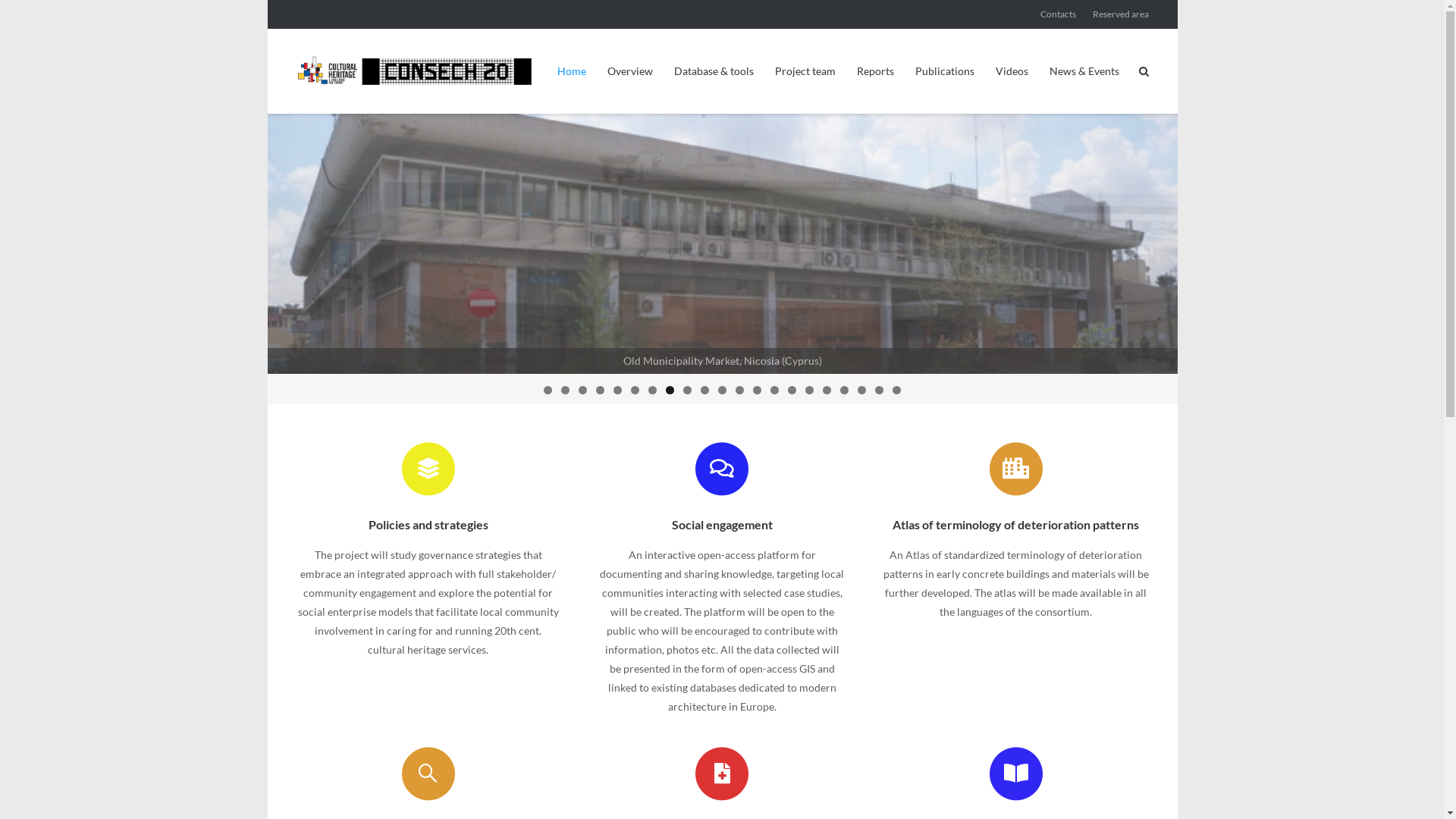  Describe the element at coordinates (735, 389) in the screenshot. I see `'12'` at that location.